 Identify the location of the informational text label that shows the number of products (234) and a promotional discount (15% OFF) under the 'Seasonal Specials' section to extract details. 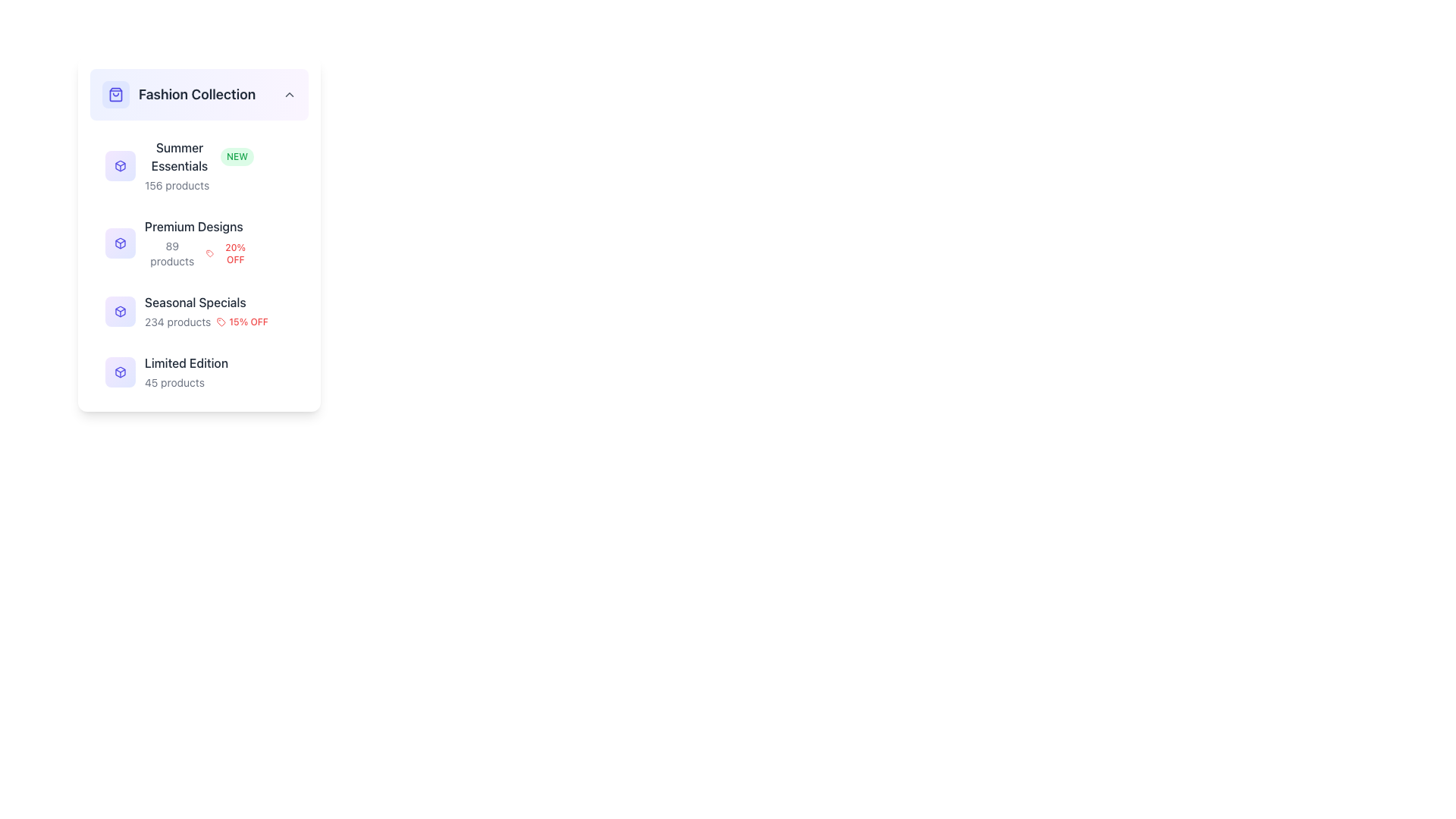
(211, 321).